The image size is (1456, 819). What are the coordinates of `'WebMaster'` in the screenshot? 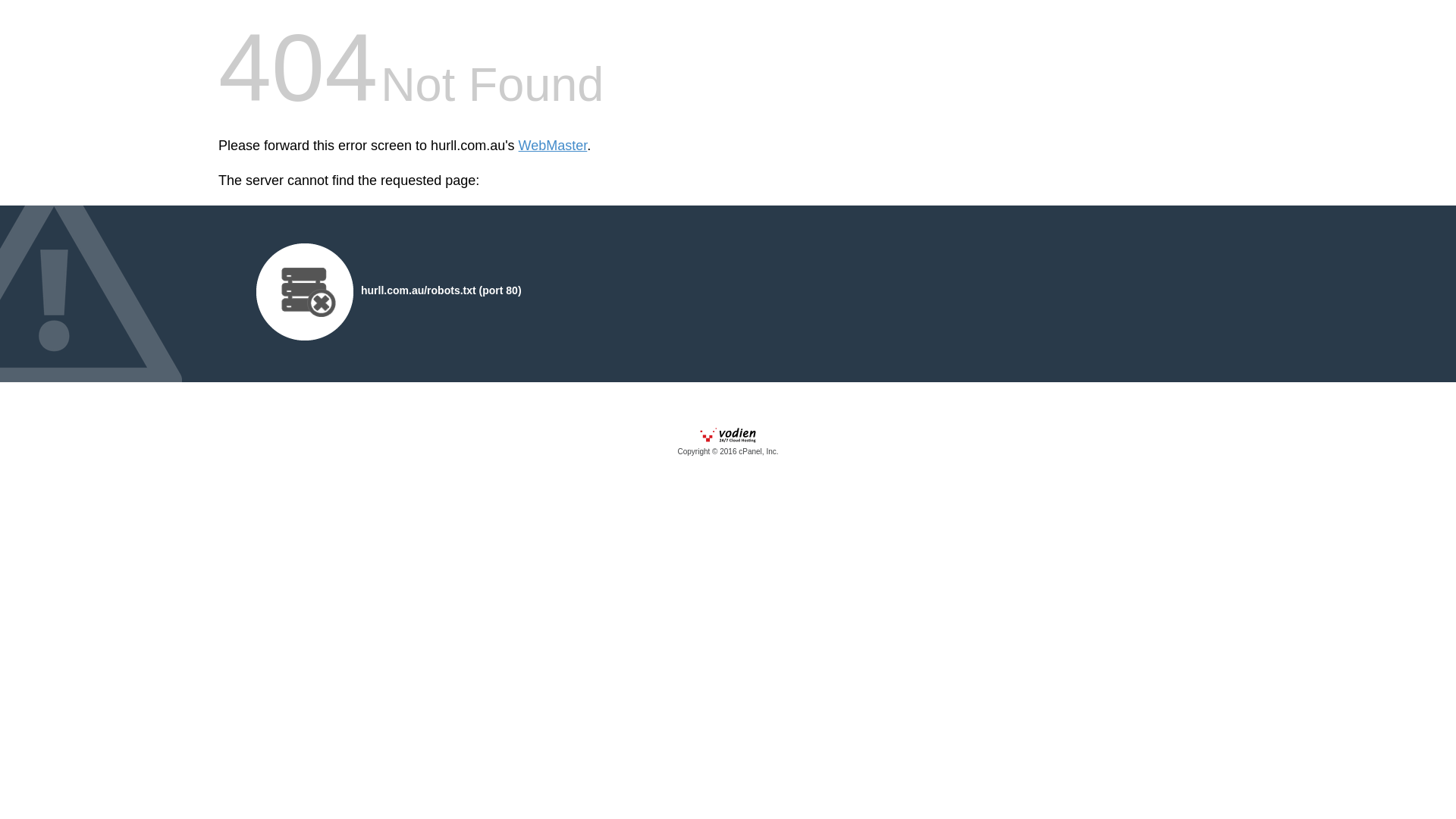 It's located at (519, 146).